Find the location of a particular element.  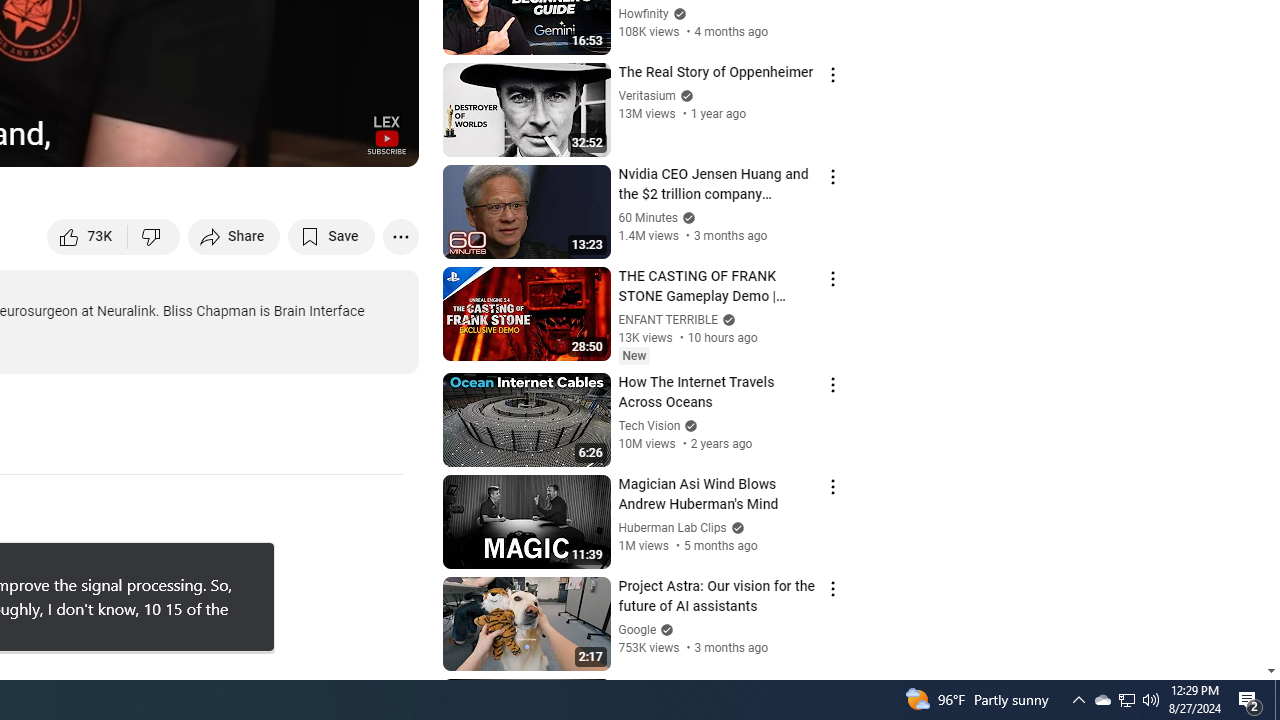

'Verified' is located at coordinates (664, 628).